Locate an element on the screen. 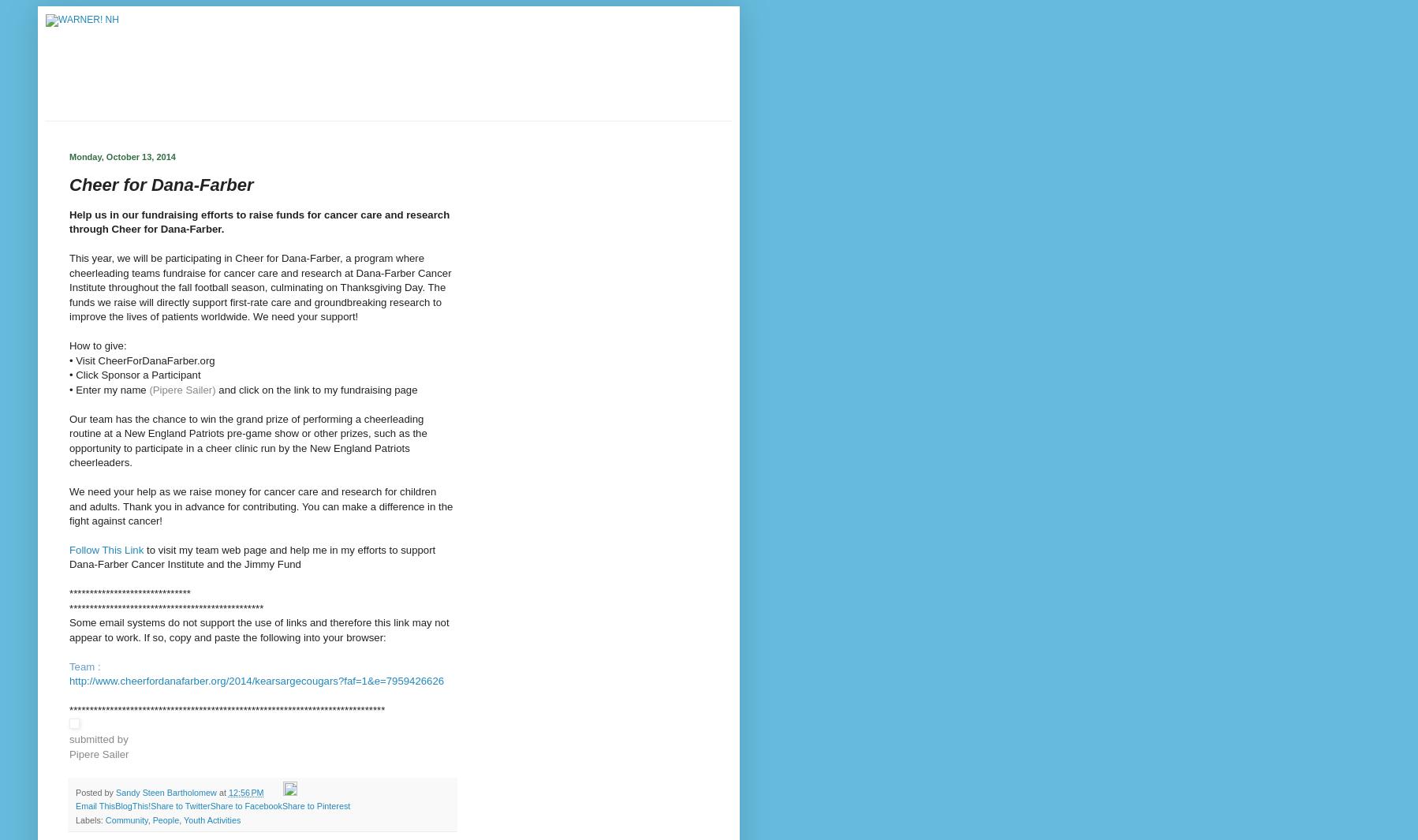 Image resolution: width=1418 pixels, height=840 pixels. 'Labels:' is located at coordinates (89, 819).